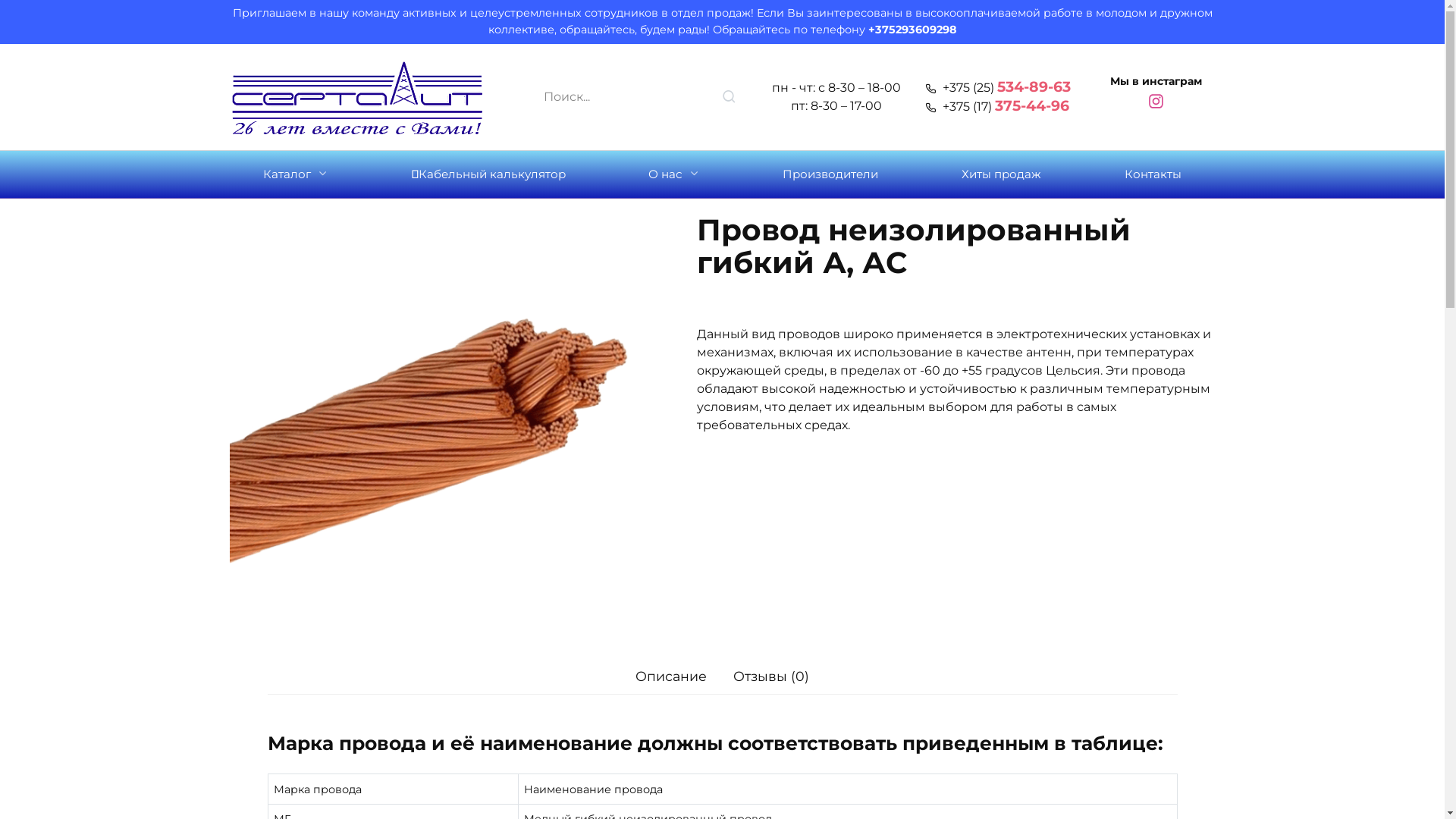  Describe the element at coordinates (997, 87) in the screenshot. I see `'+375 (25) 534-89-63'` at that location.